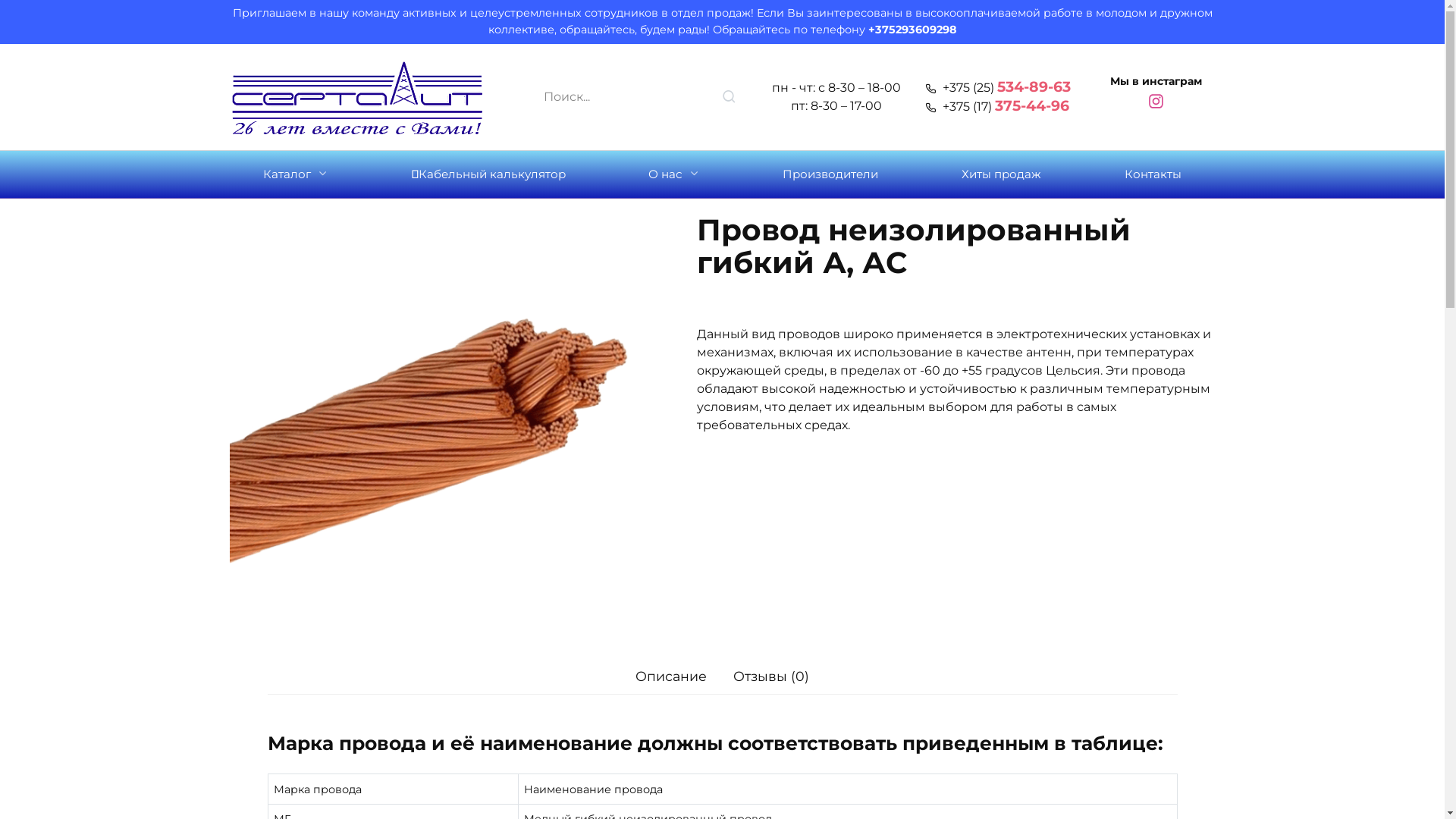  Describe the element at coordinates (997, 87) in the screenshot. I see `'+375 (25) 534-89-63'` at that location.